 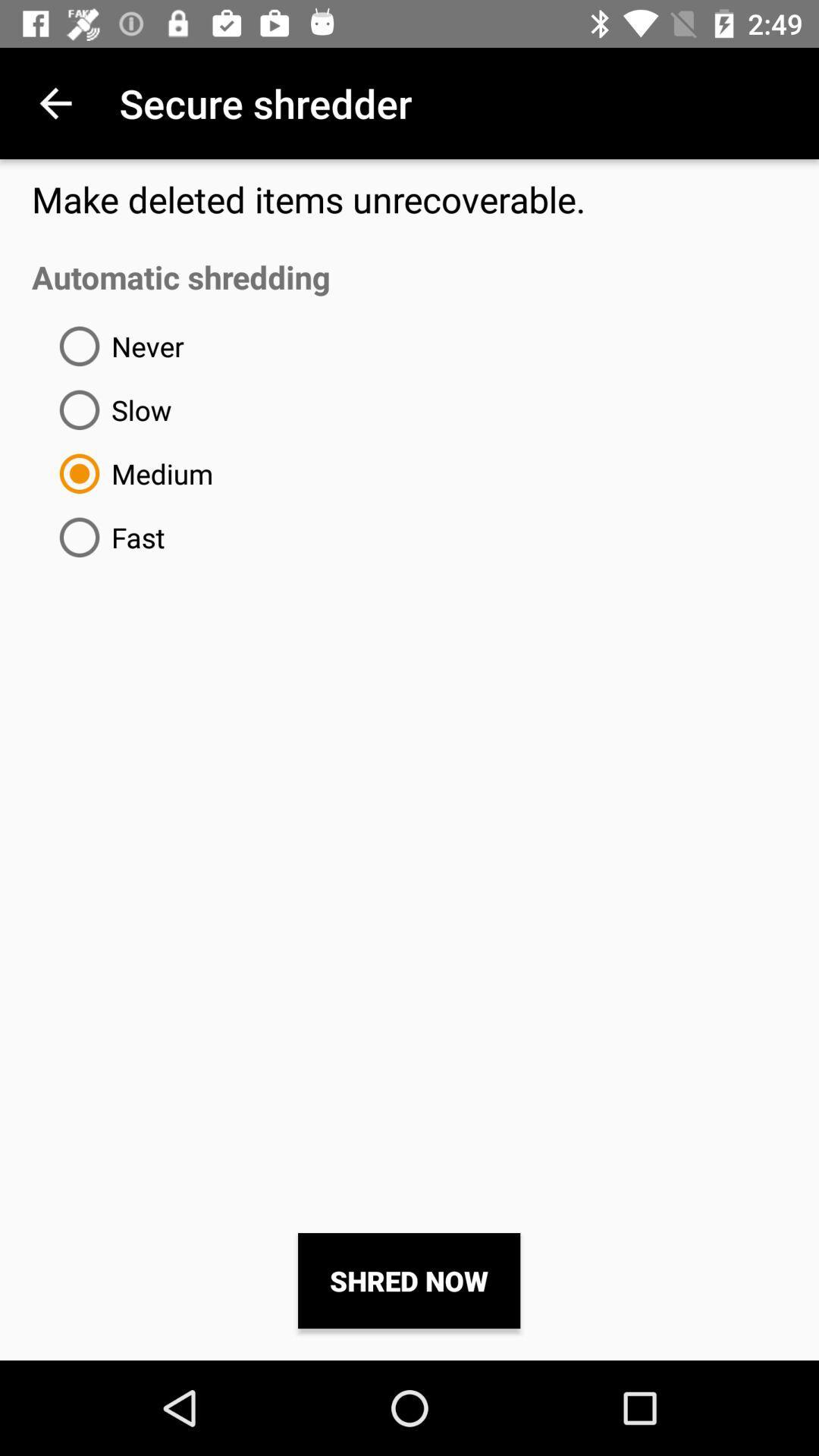 What do you see at coordinates (130, 472) in the screenshot?
I see `medium item` at bounding box center [130, 472].